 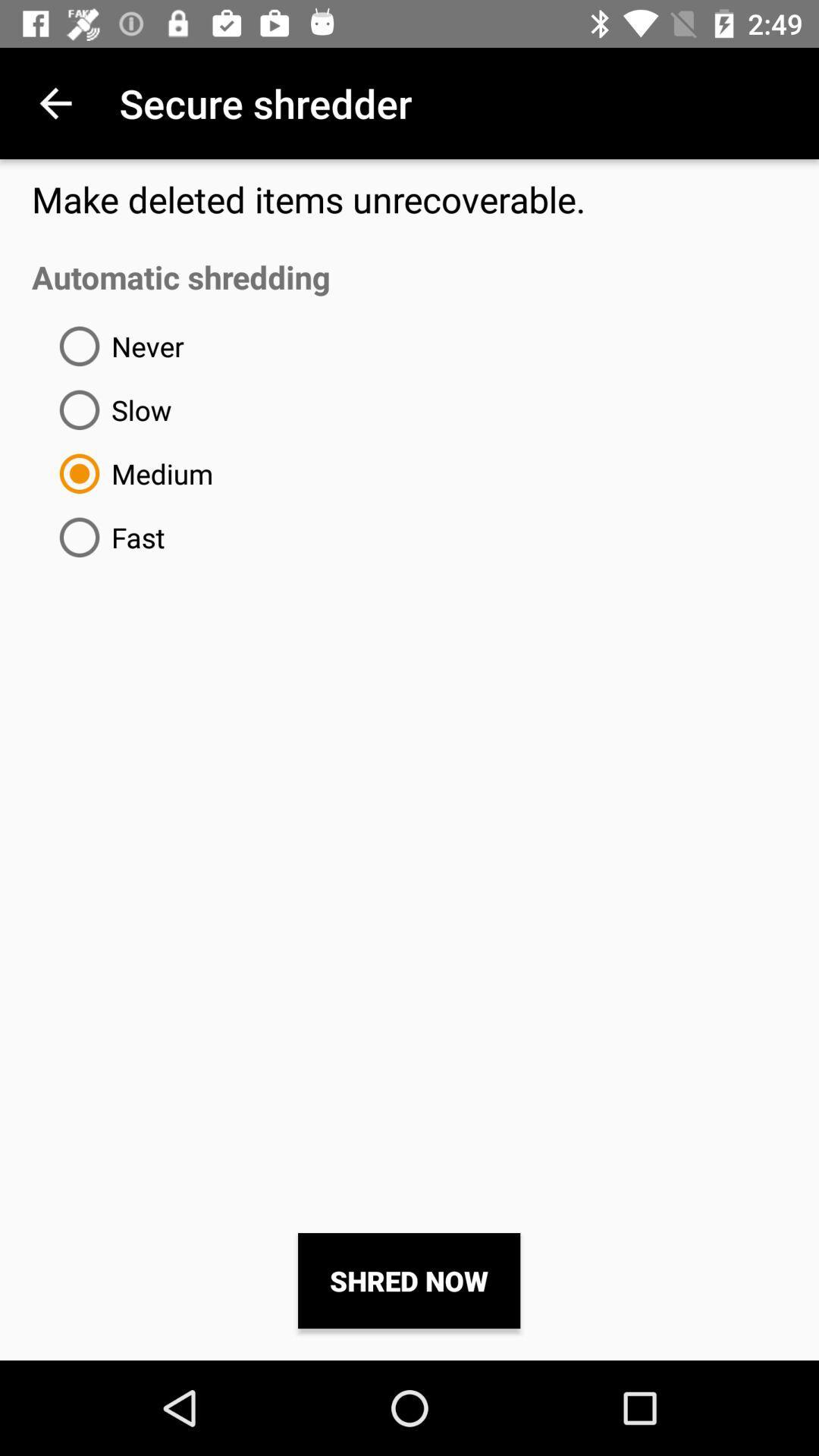 What do you see at coordinates (130, 472) in the screenshot?
I see `medium item` at bounding box center [130, 472].